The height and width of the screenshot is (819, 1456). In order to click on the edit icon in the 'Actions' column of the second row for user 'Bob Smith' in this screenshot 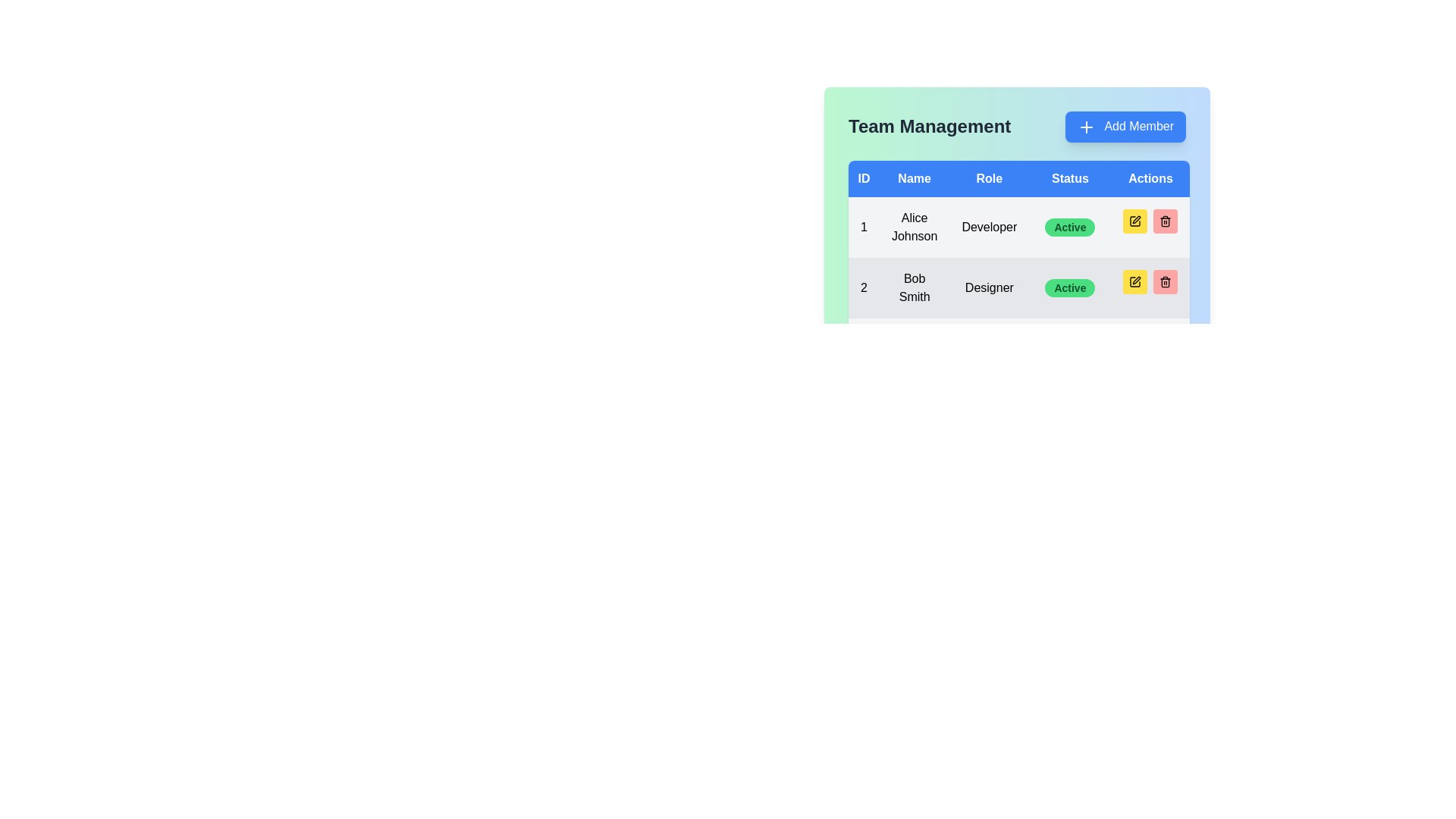, I will do `click(1135, 221)`.